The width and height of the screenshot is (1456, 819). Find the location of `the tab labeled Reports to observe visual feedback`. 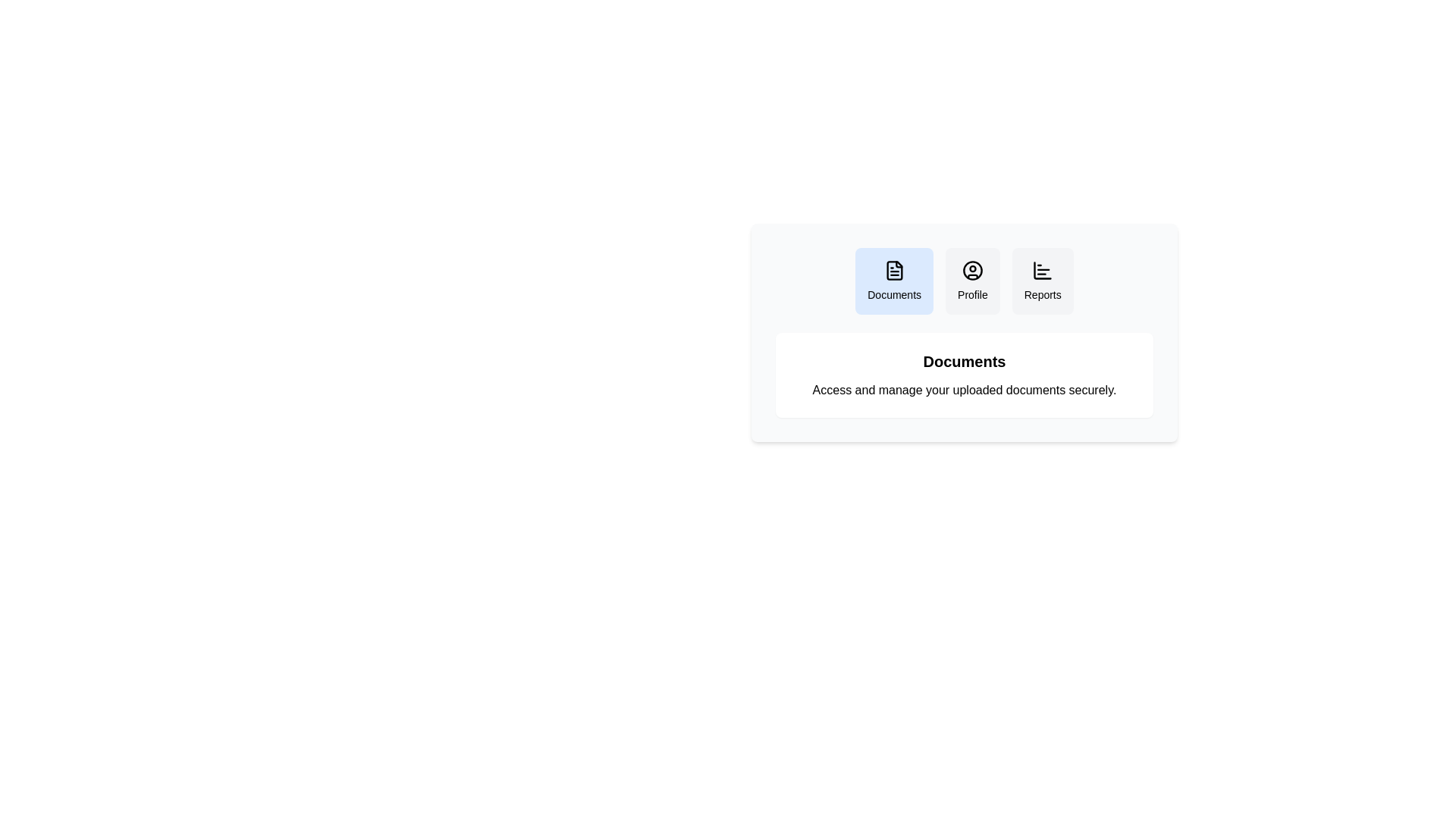

the tab labeled Reports to observe visual feedback is located at coordinates (1042, 281).